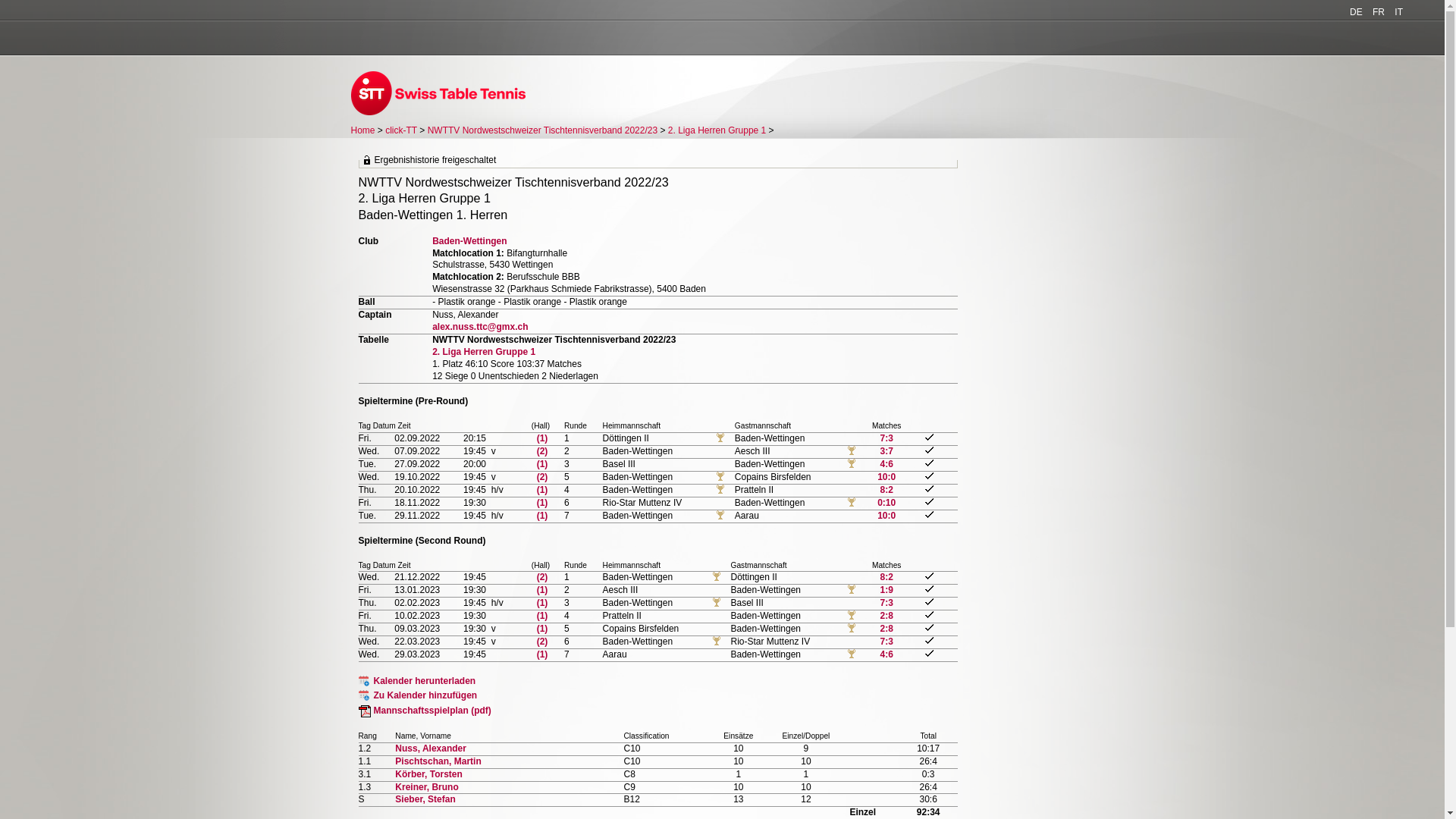 The width and height of the screenshot is (1456, 819). I want to click on '2:8', so click(886, 616).